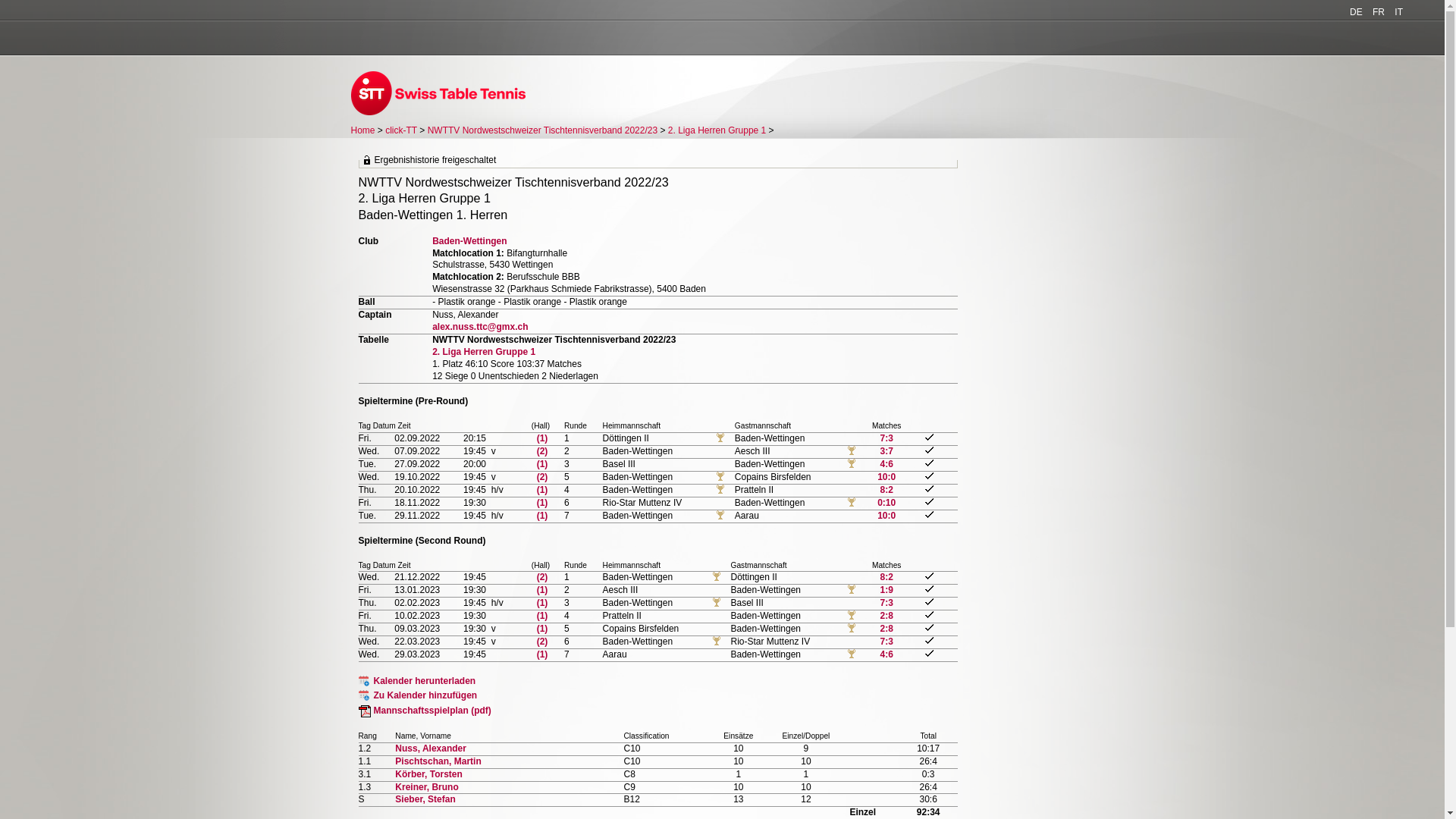 The width and height of the screenshot is (1456, 819). I want to click on '2:8', so click(886, 616).